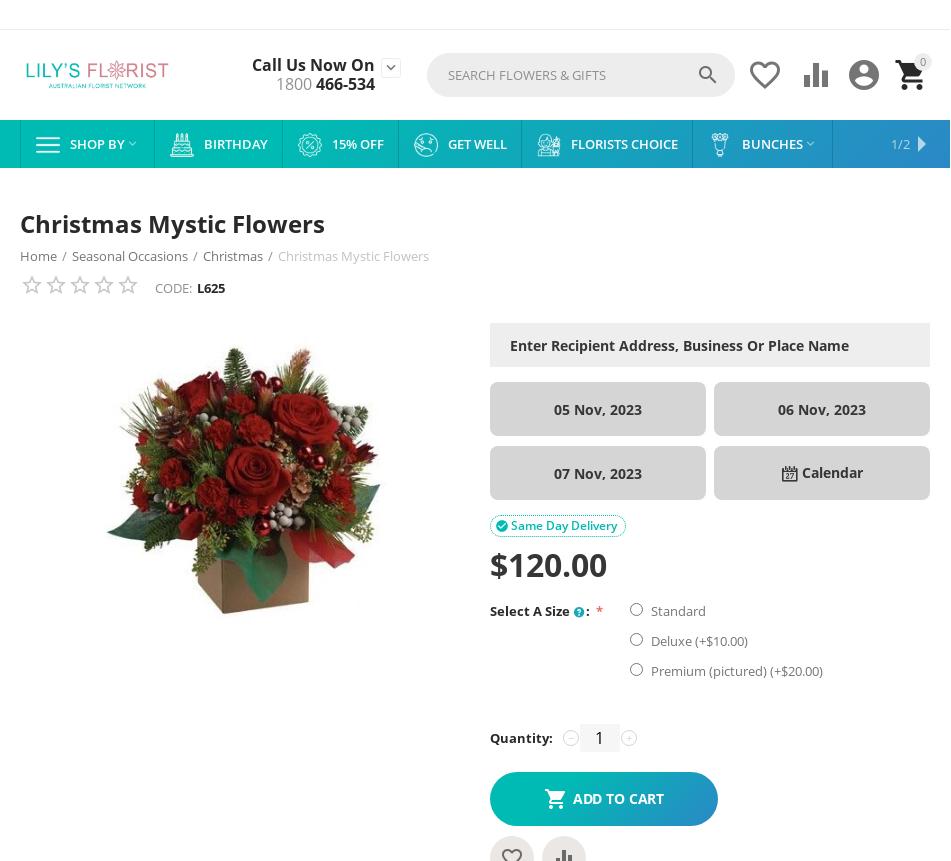 The width and height of the screenshot is (951, 861). What do you see at coordinates (343, 83) in the screenshot?
I see `'466-534'` at bounding box center [343, 83].